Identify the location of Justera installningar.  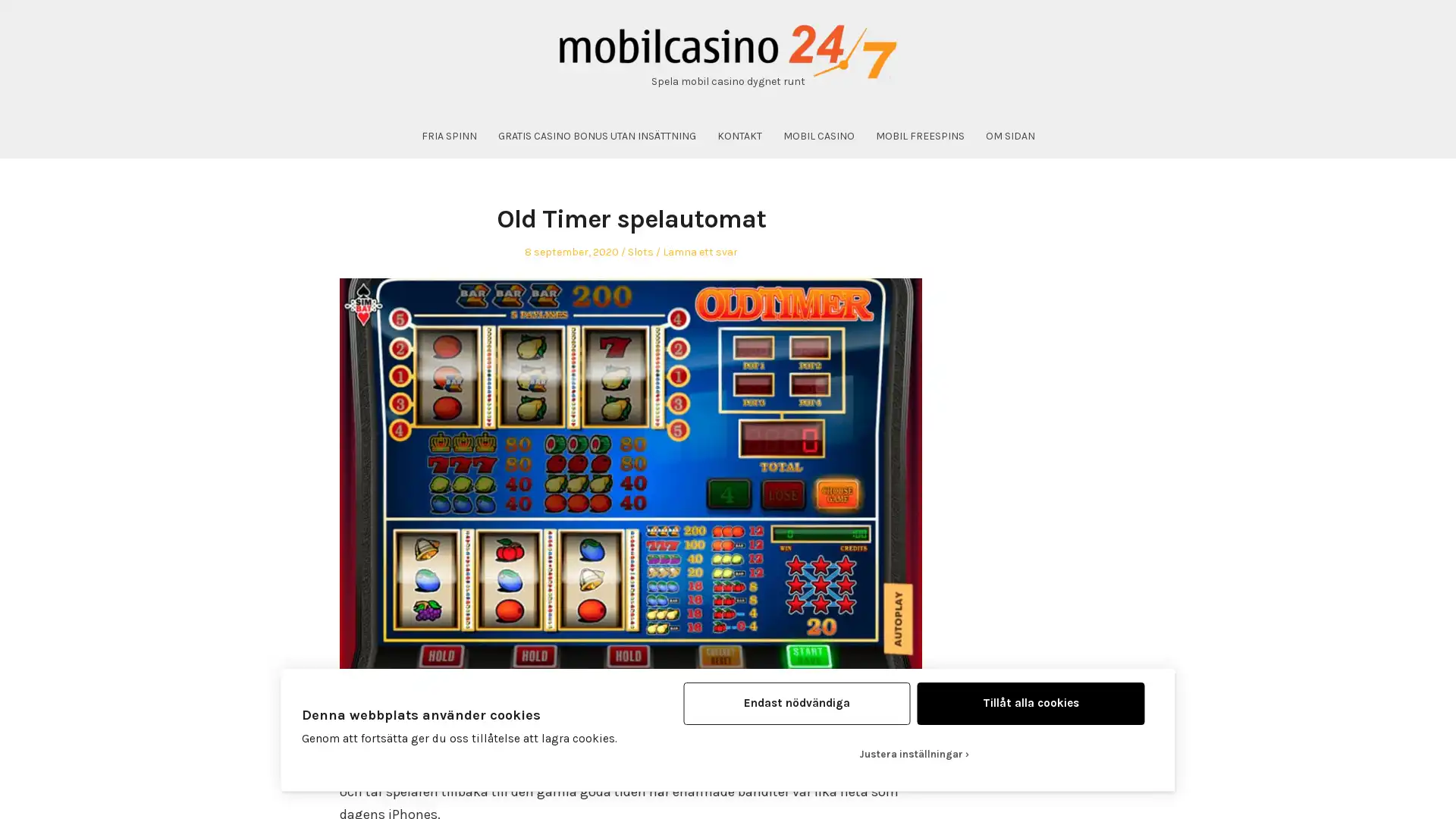
(912, 754).